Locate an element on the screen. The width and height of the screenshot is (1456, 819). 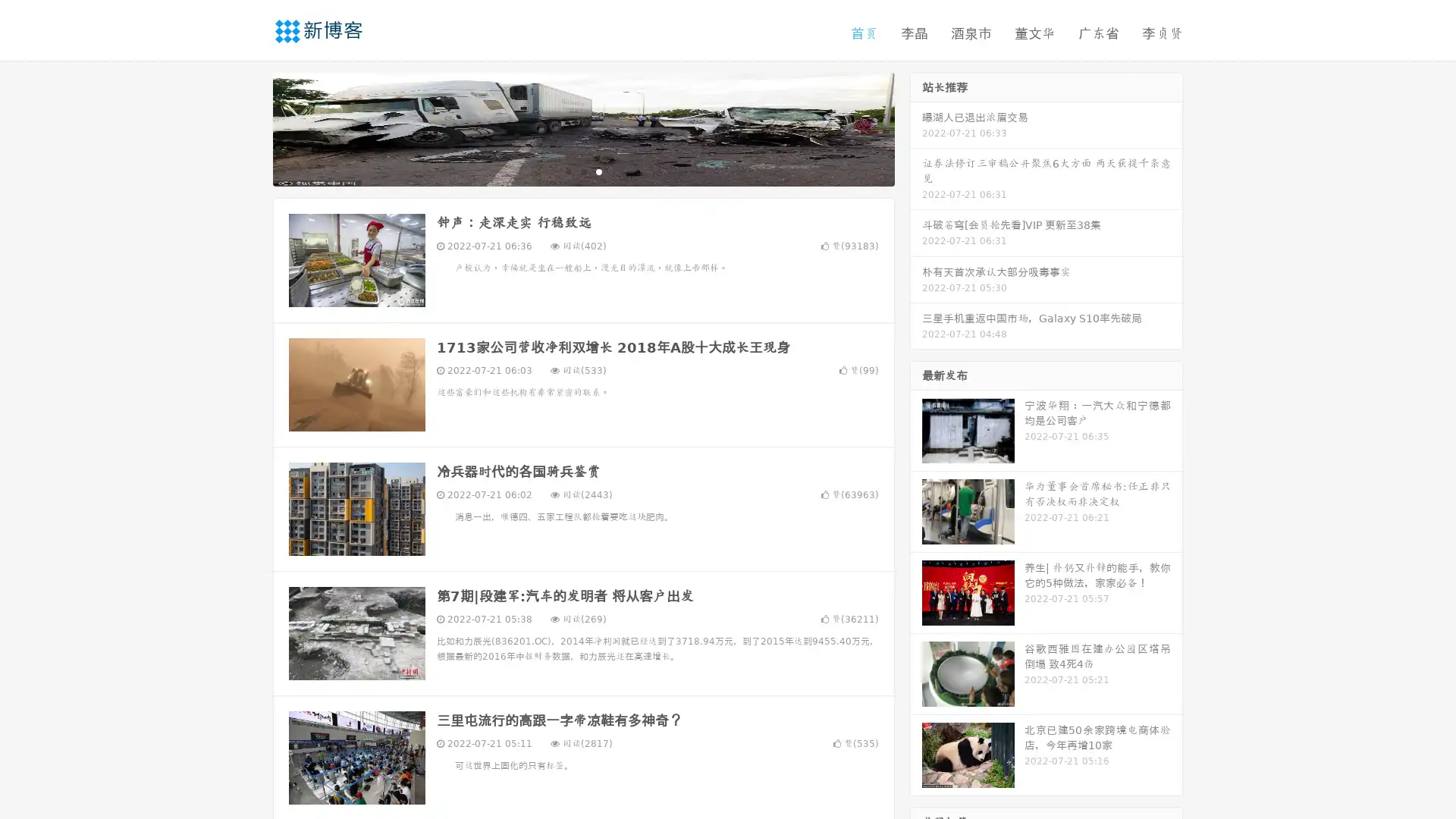
Previous slide is located at coordinates (250, 127).